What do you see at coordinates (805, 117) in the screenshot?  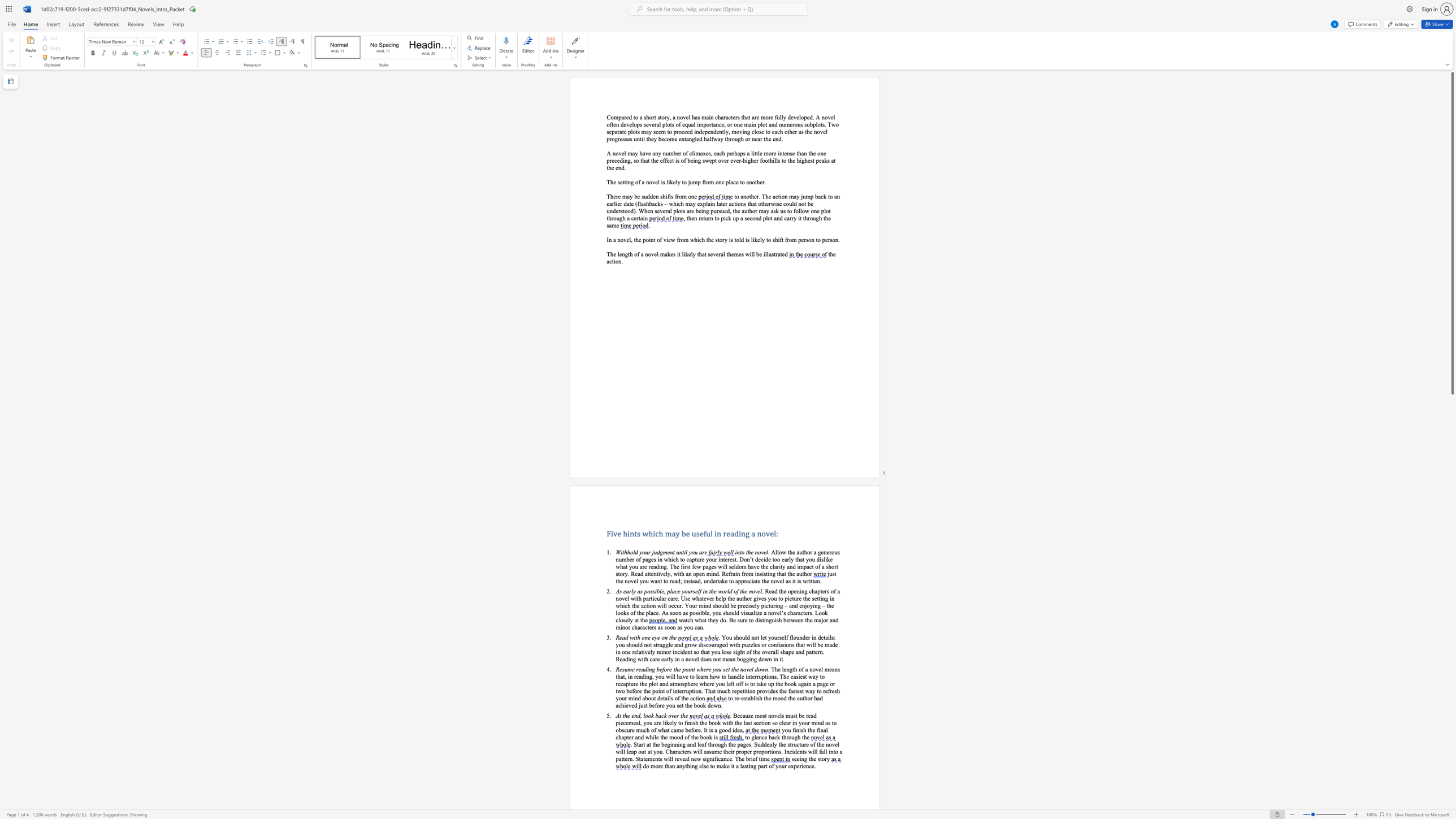 I see `the 2th character "p" in the text` at bounding box center [805, 117].